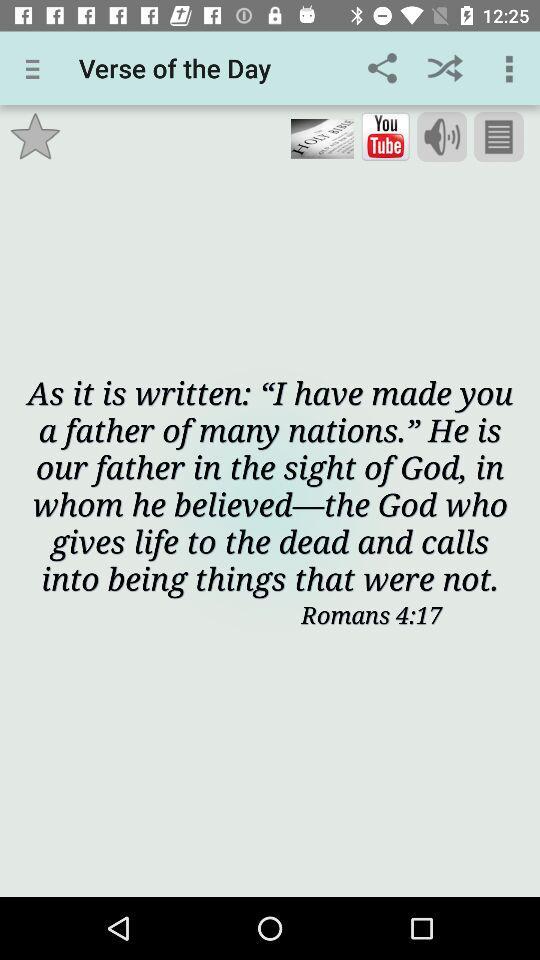 This screenshot has height=960, width=540. Describe the element at coordinates (382, 68) in the screenshot. I see `the item to the right of the verse of the app` at that location.